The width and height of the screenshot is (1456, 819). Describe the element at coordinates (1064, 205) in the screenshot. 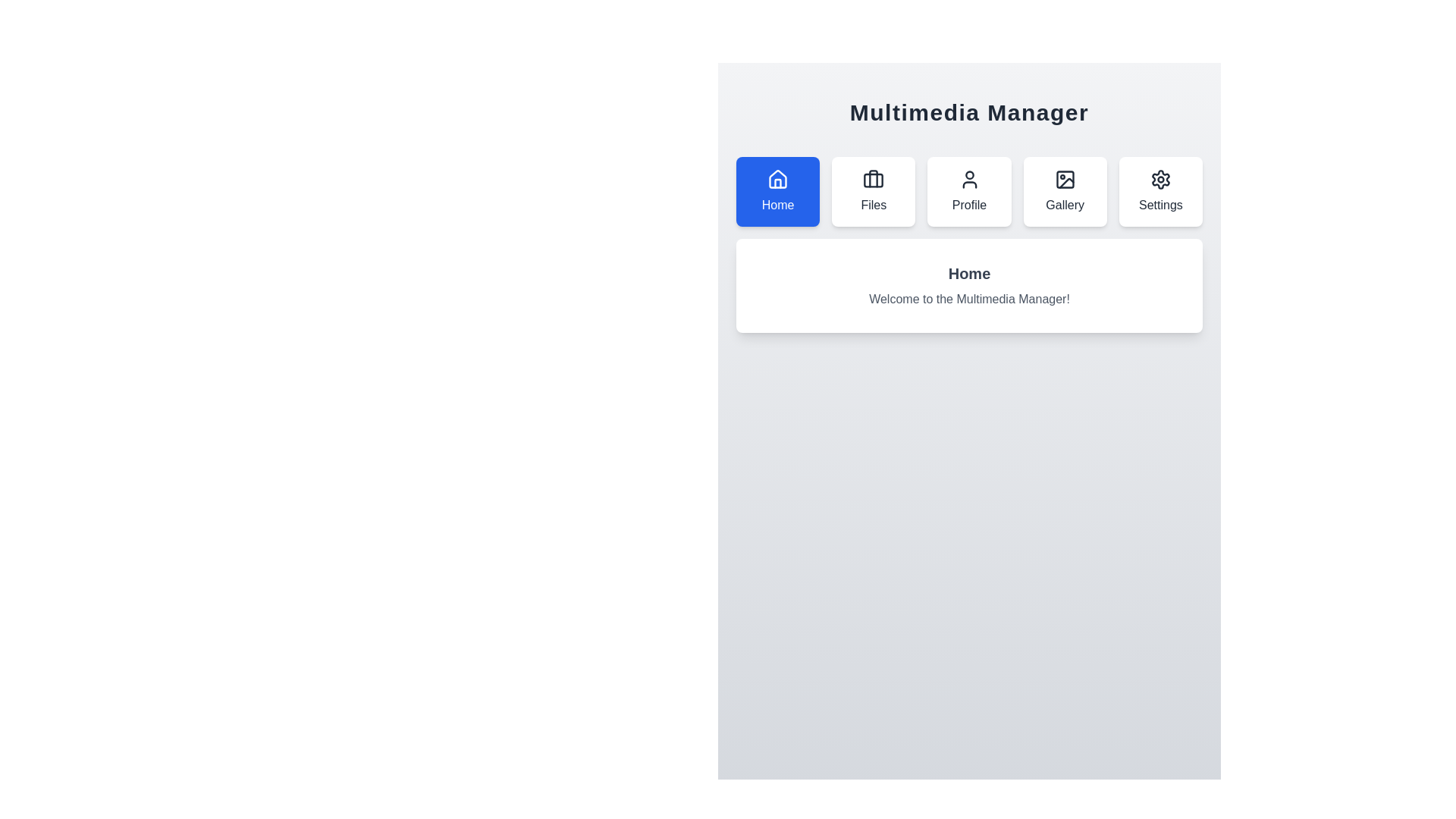

I see `text content of the navigation button label located in the top navigation section, which is the fourth option from the left and contains an icon above the text` at that location.